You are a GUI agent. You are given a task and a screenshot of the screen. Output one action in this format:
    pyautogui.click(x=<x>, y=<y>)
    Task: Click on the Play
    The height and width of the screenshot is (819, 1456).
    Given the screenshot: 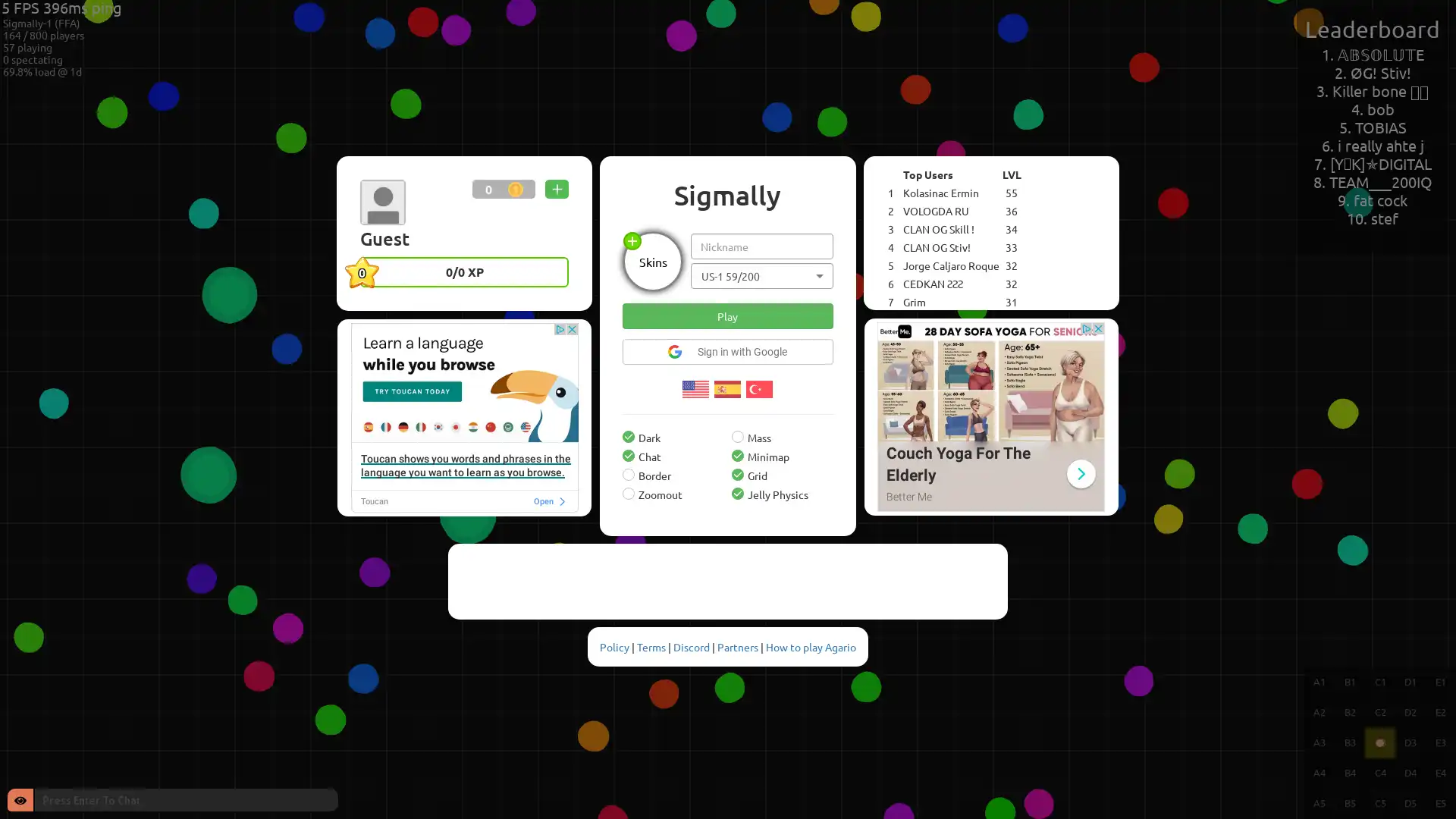 What is the action you would take?
    pyautogui.click(x=726, y=315)
    